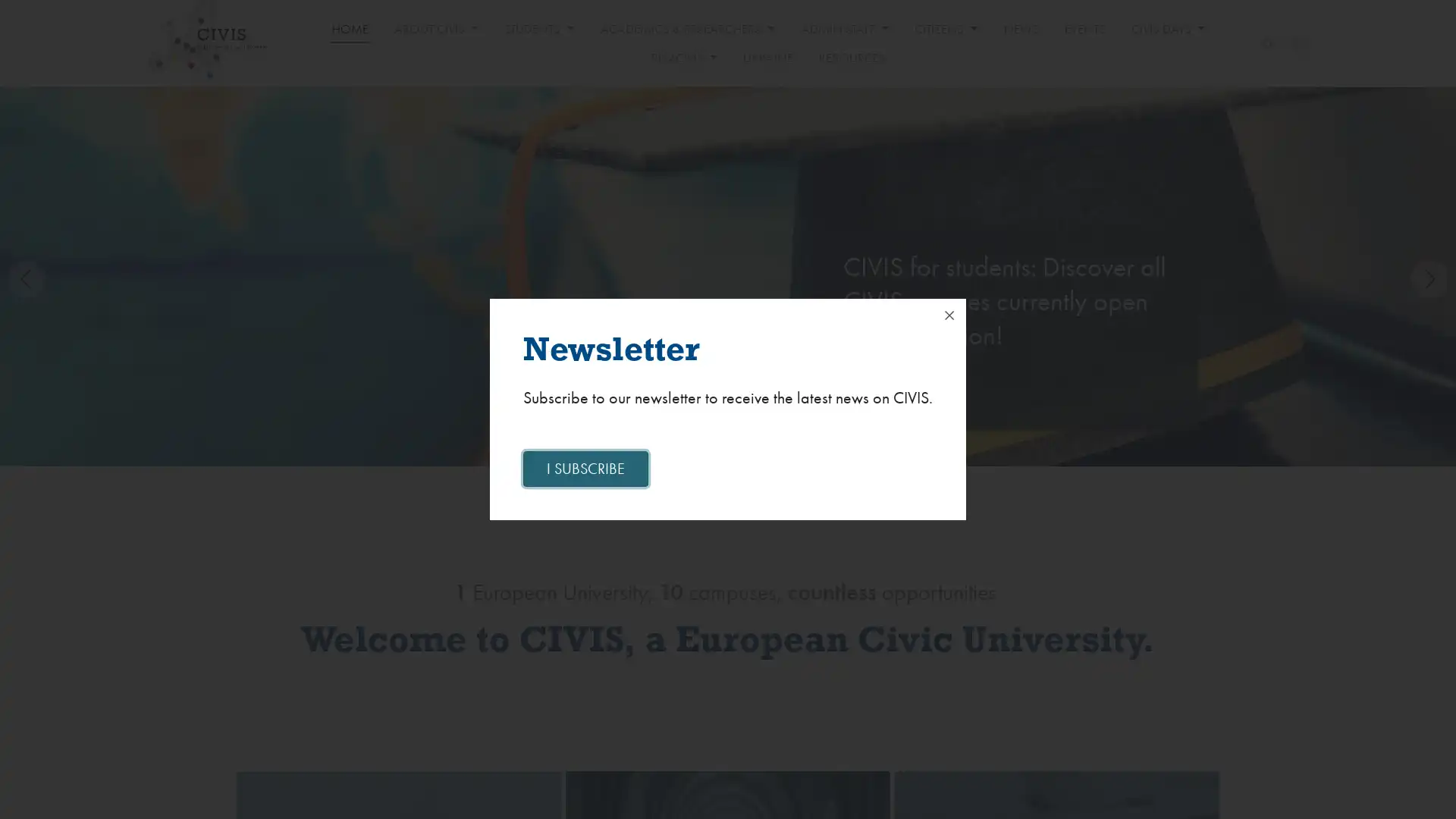 The image size is (1456, 819). I want to click on Close, so click(949, 314).